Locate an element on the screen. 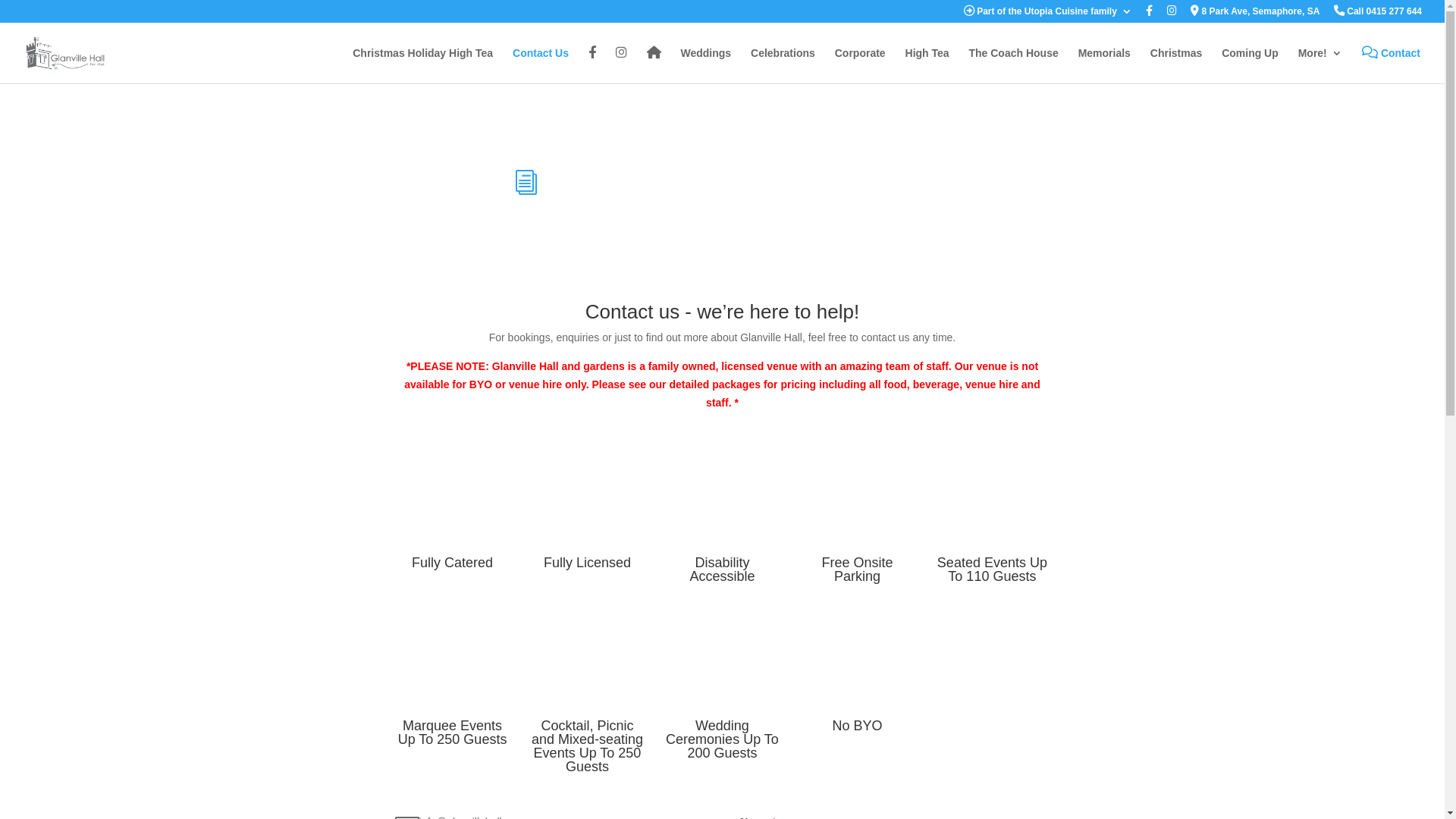 The image size is (1456, 819). 'Part of the Utopia Cuisine family' is located at coordinates (1047, 14).